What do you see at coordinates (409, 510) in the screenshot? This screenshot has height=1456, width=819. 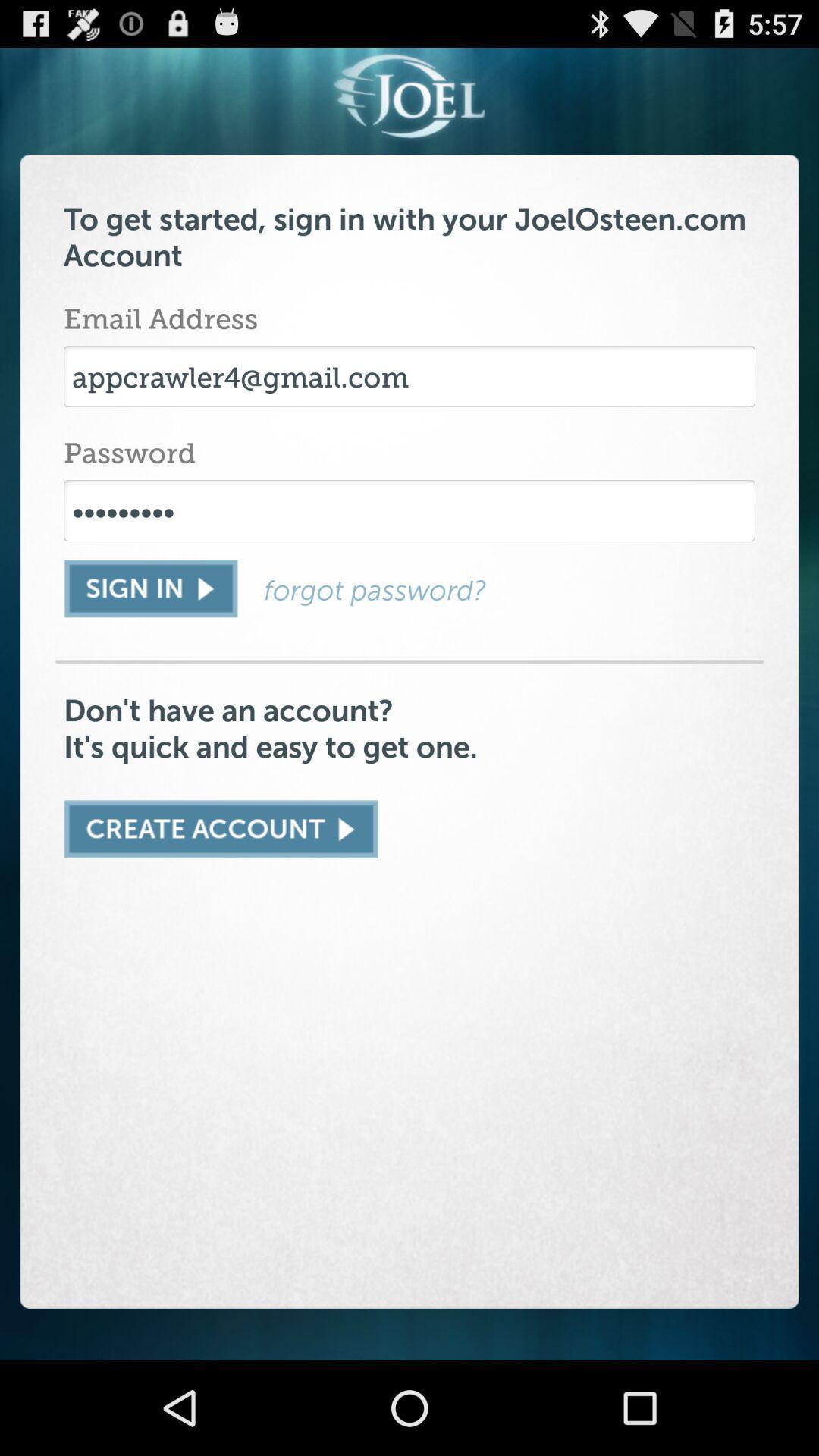 I see `the crowd3116 item` at bounding box center [409, 510].